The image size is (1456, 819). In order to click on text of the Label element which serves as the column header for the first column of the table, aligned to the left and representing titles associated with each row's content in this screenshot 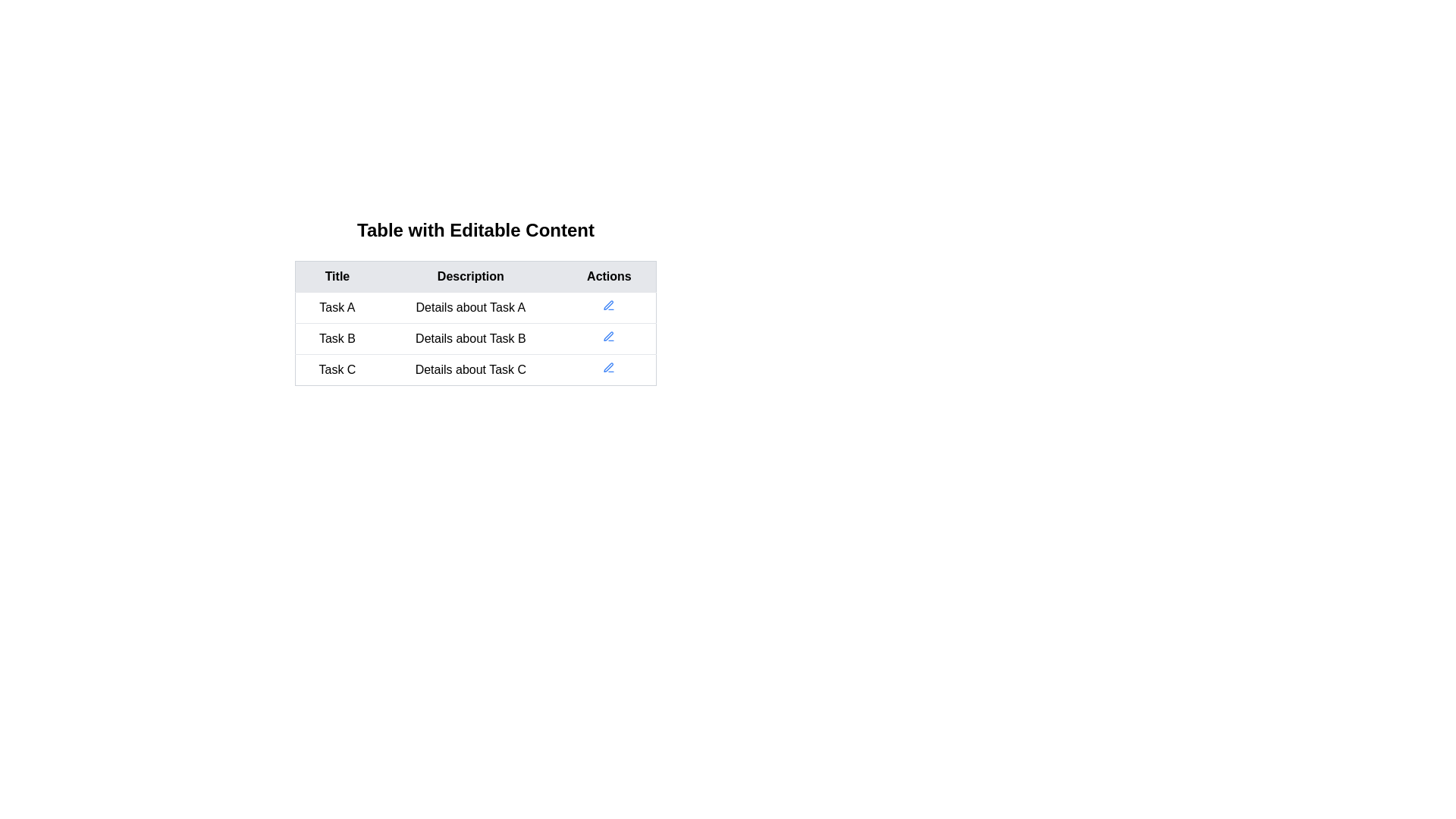, I will do `click(336, 277)`.